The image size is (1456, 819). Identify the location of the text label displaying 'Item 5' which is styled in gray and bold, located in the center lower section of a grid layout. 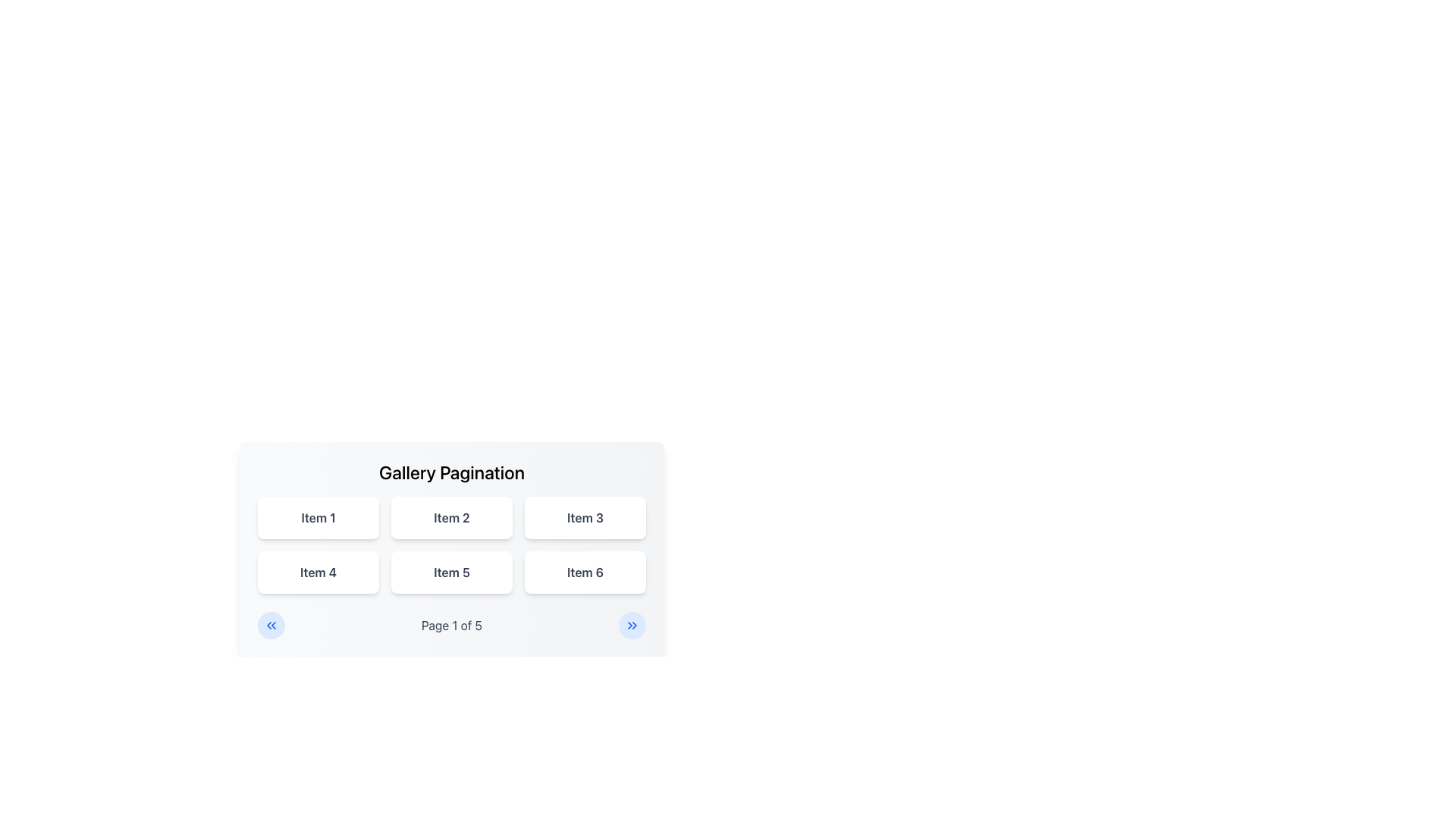
(450, 573).